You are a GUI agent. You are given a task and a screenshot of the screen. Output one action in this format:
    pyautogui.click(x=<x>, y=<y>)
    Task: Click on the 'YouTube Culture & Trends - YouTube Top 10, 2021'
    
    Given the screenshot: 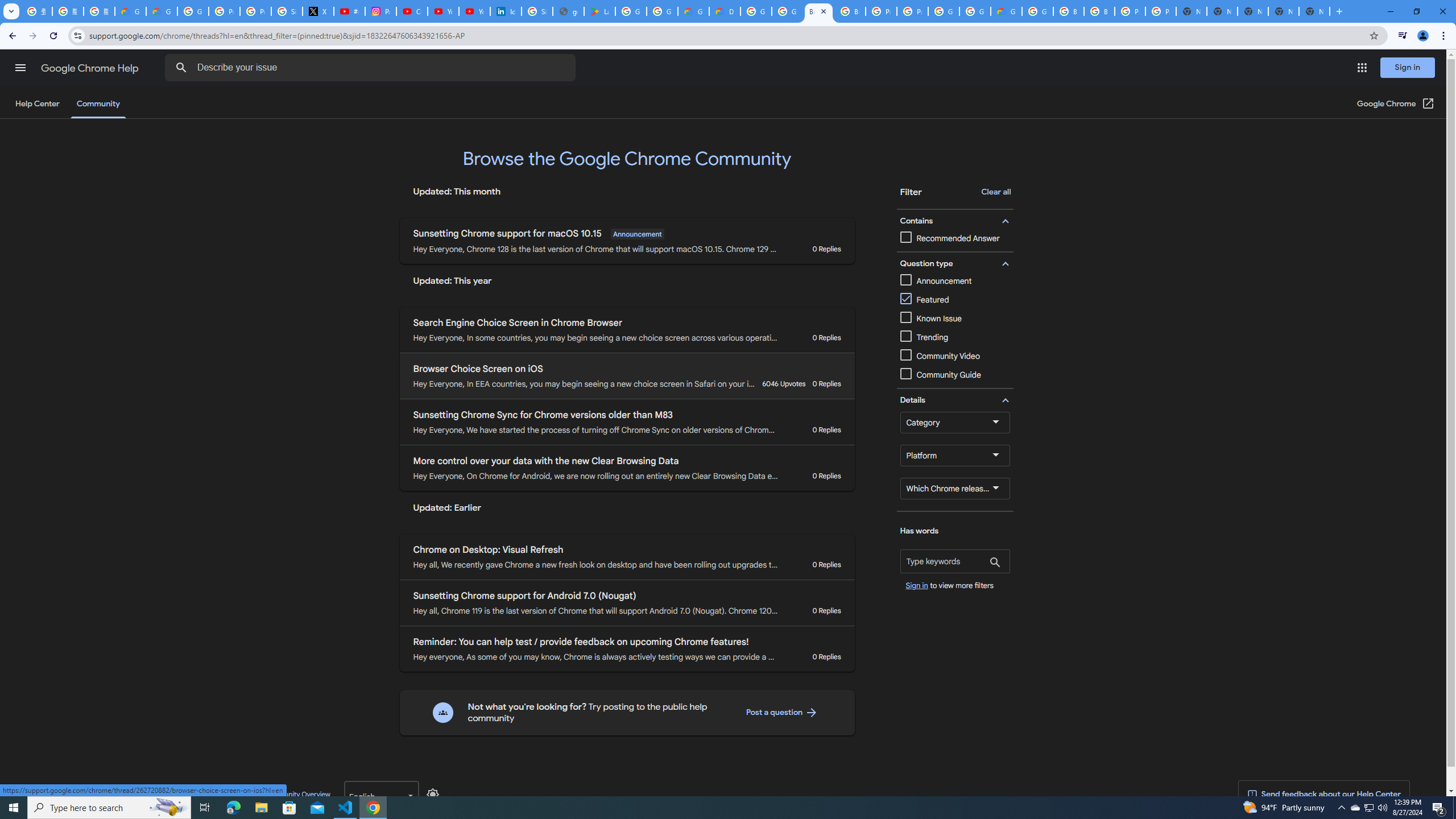 What is the action you would take?
    pyautogui.click(x=474, y=11)
    